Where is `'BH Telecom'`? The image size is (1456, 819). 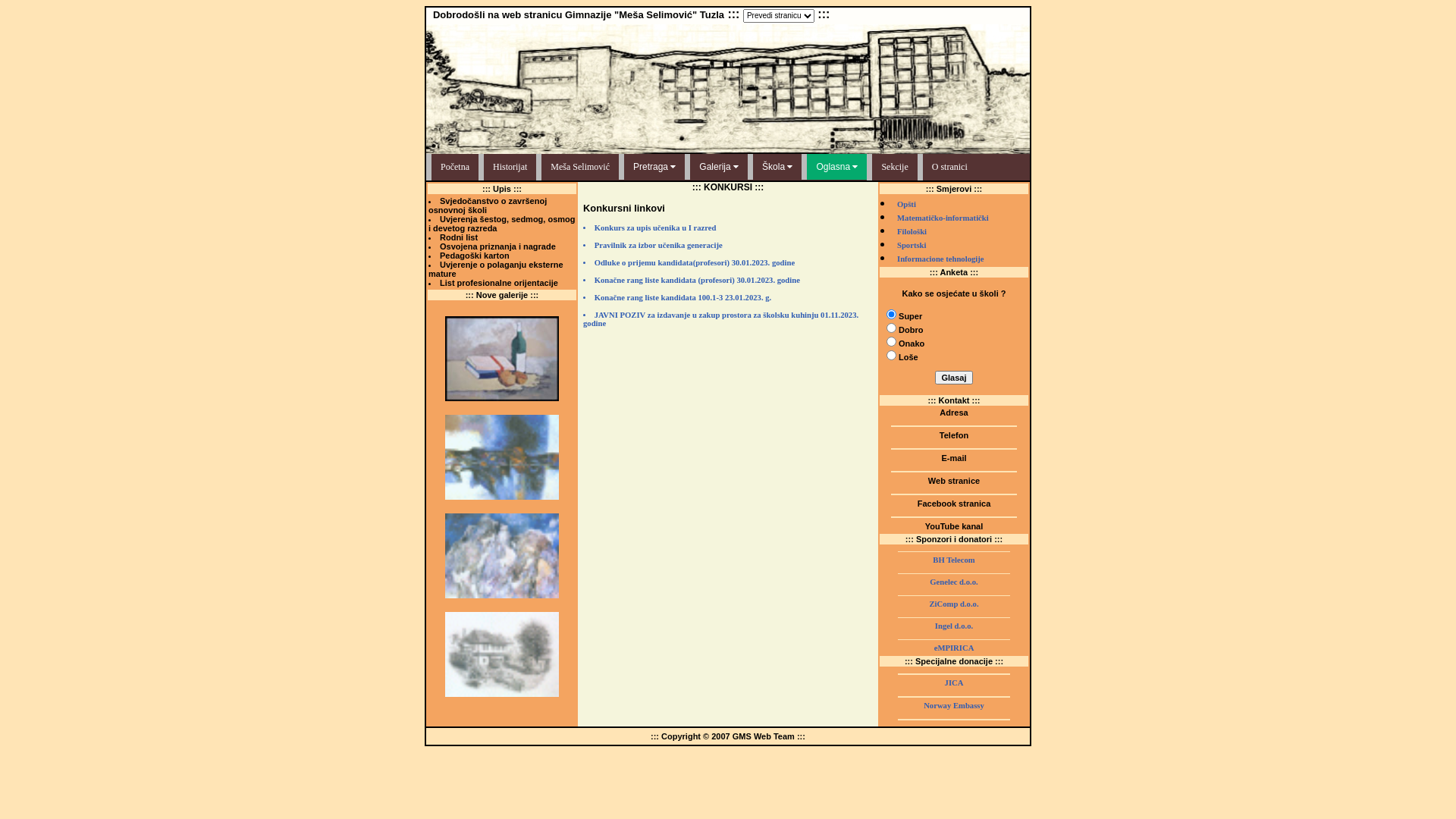 'BH Telecom' is located at coordinates (952, 560).